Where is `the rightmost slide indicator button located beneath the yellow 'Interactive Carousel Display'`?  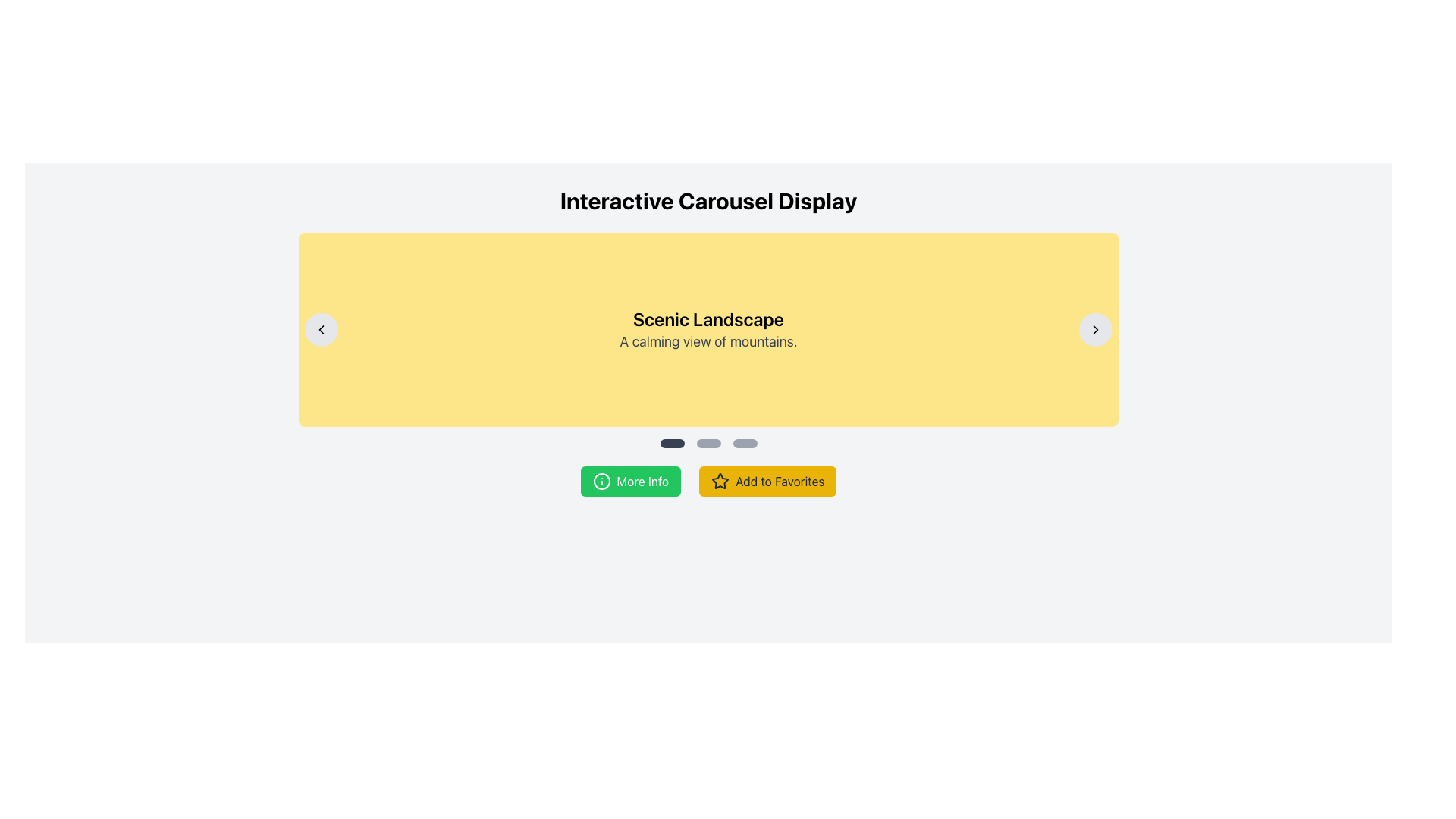
the rightmost slide indicator button located beneath the yellow 'Interactive Carousel Display' is located at coordinates (745, 444).